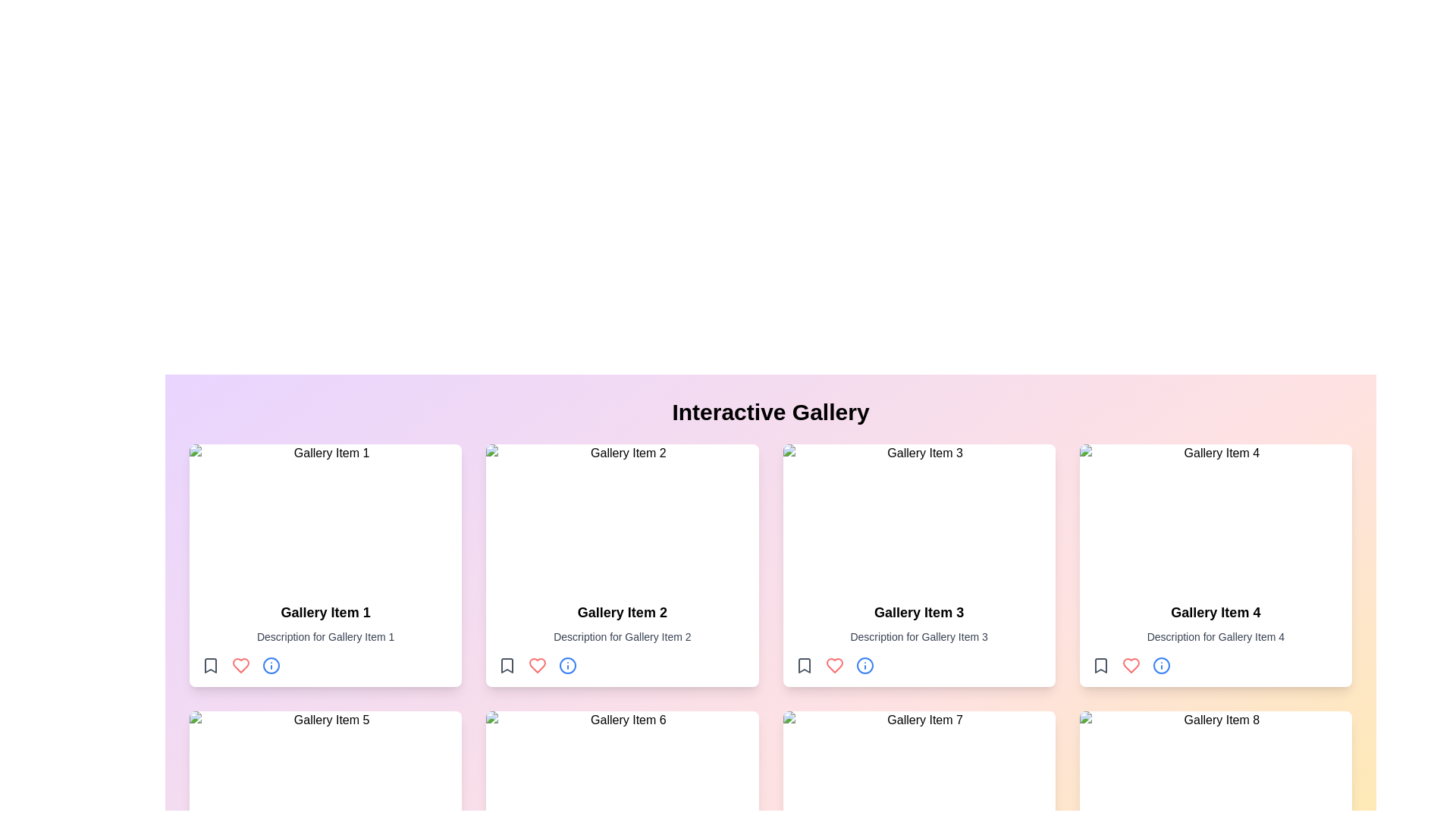 The height and width of the screenshot is (819, 1456). Describe the element at coordinates (864, 665) in the screenshot. I see `the circular blue outlined icon with a small dot inside, located in the bottom-right corner of the 'Gallery Item 3' card` at that location.